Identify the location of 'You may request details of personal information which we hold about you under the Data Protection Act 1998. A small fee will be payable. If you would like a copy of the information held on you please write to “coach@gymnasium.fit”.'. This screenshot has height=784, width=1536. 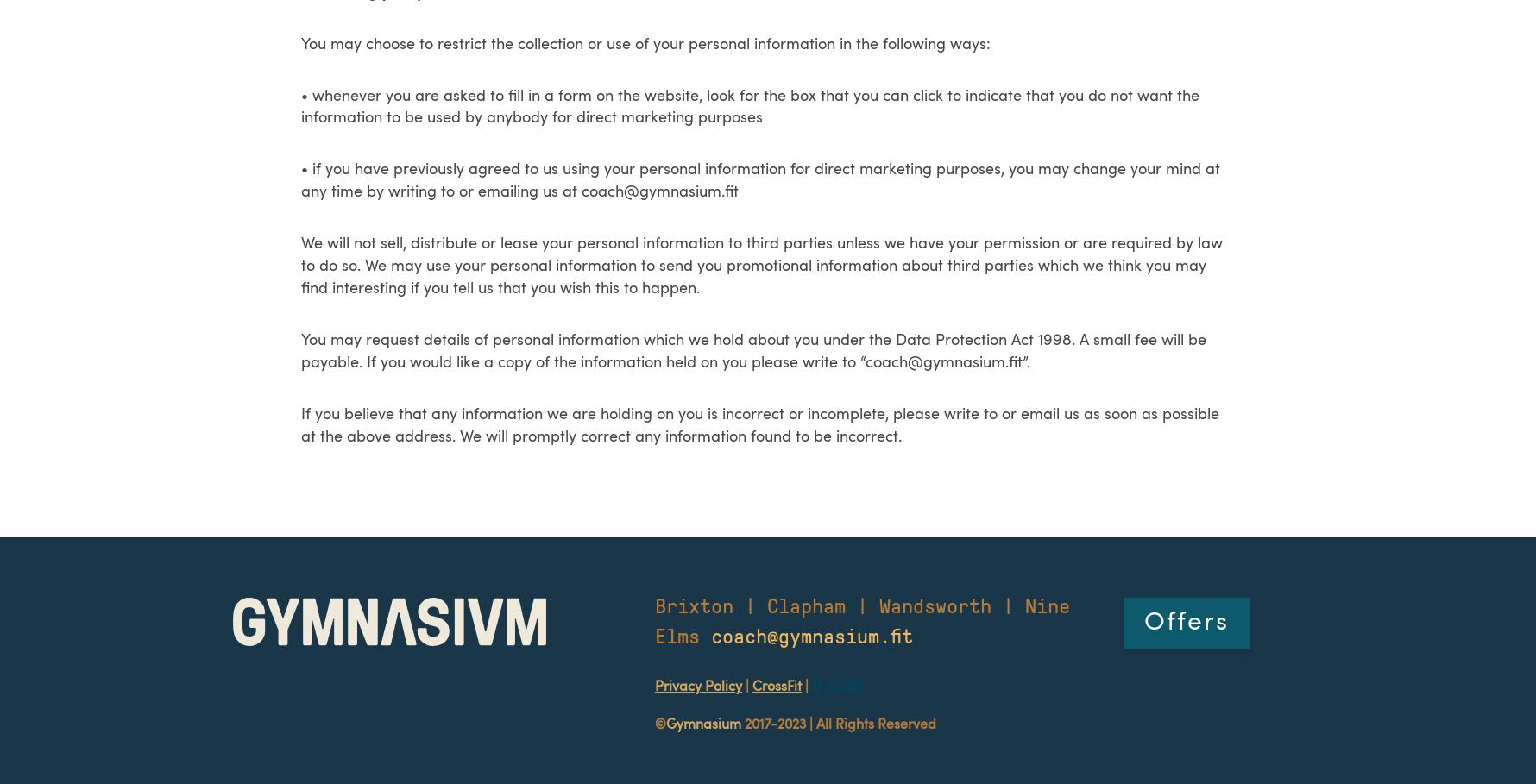
(752, 350).